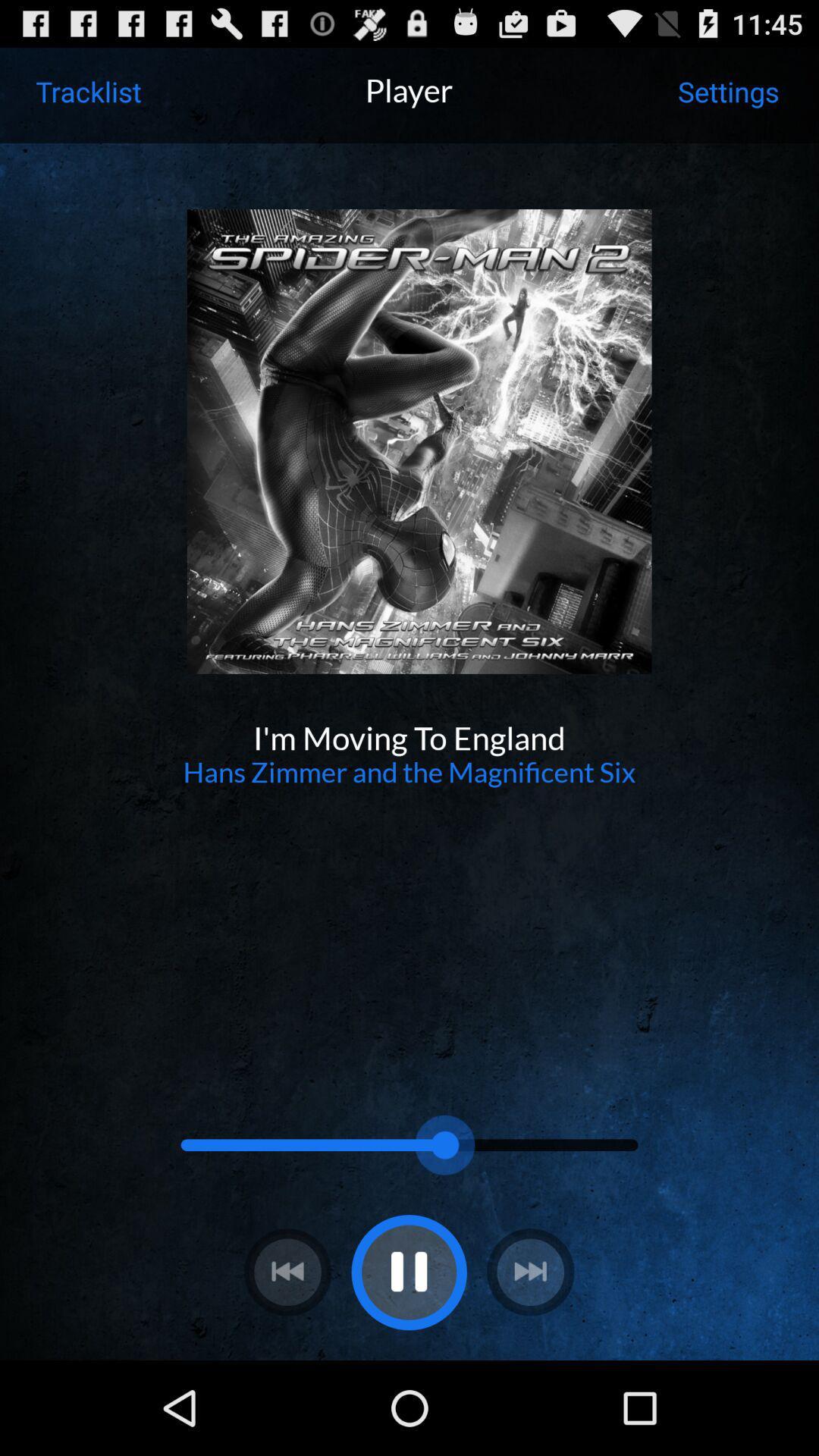  I want to click on the skip_next icon, so click(529, 1361).